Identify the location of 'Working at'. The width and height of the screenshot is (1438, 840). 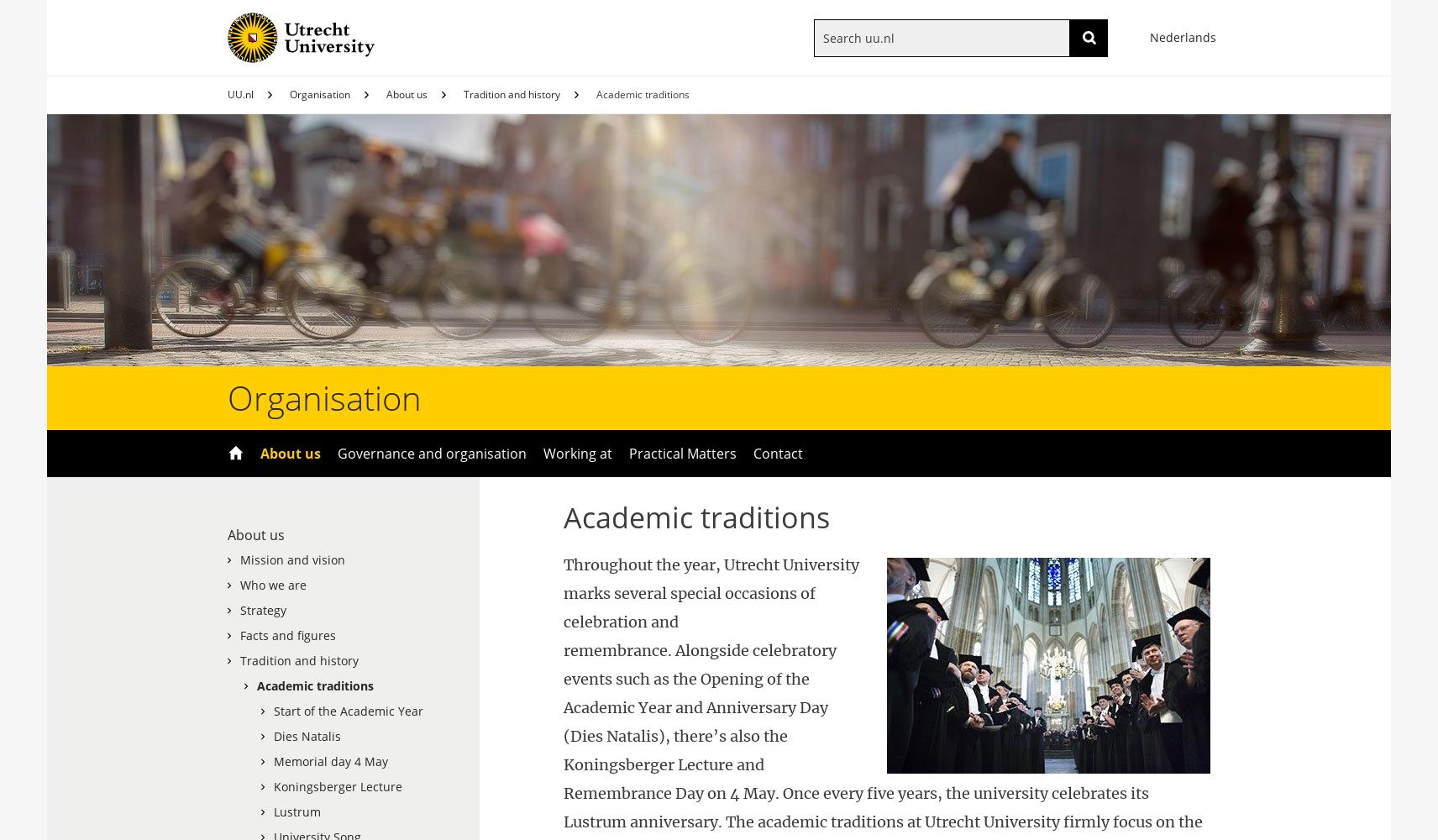
(578, 454).